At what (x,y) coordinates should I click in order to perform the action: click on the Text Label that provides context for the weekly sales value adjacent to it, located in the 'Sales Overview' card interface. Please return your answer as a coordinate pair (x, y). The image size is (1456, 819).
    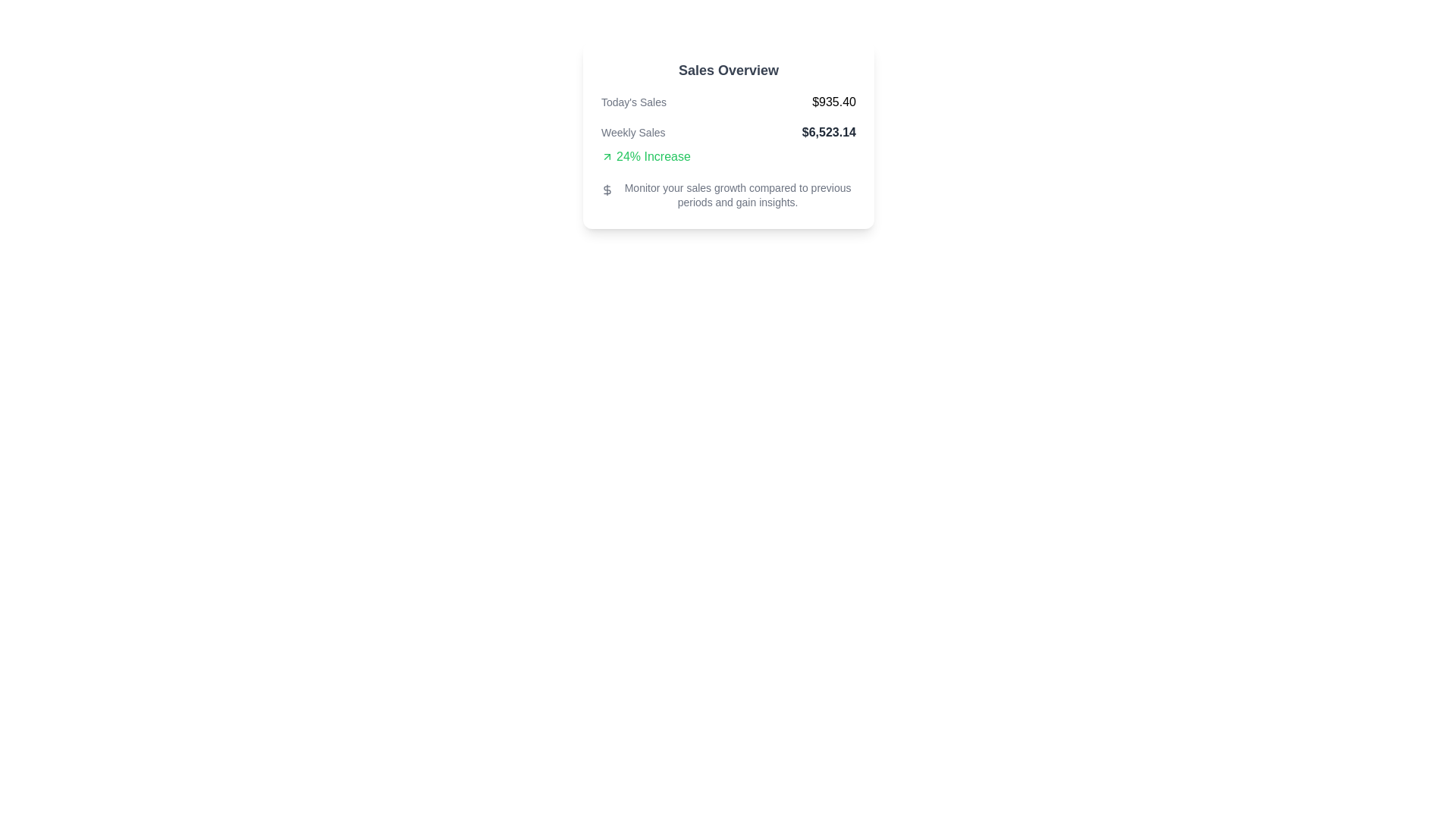
    Looking at the image, I should click on (633, 131).